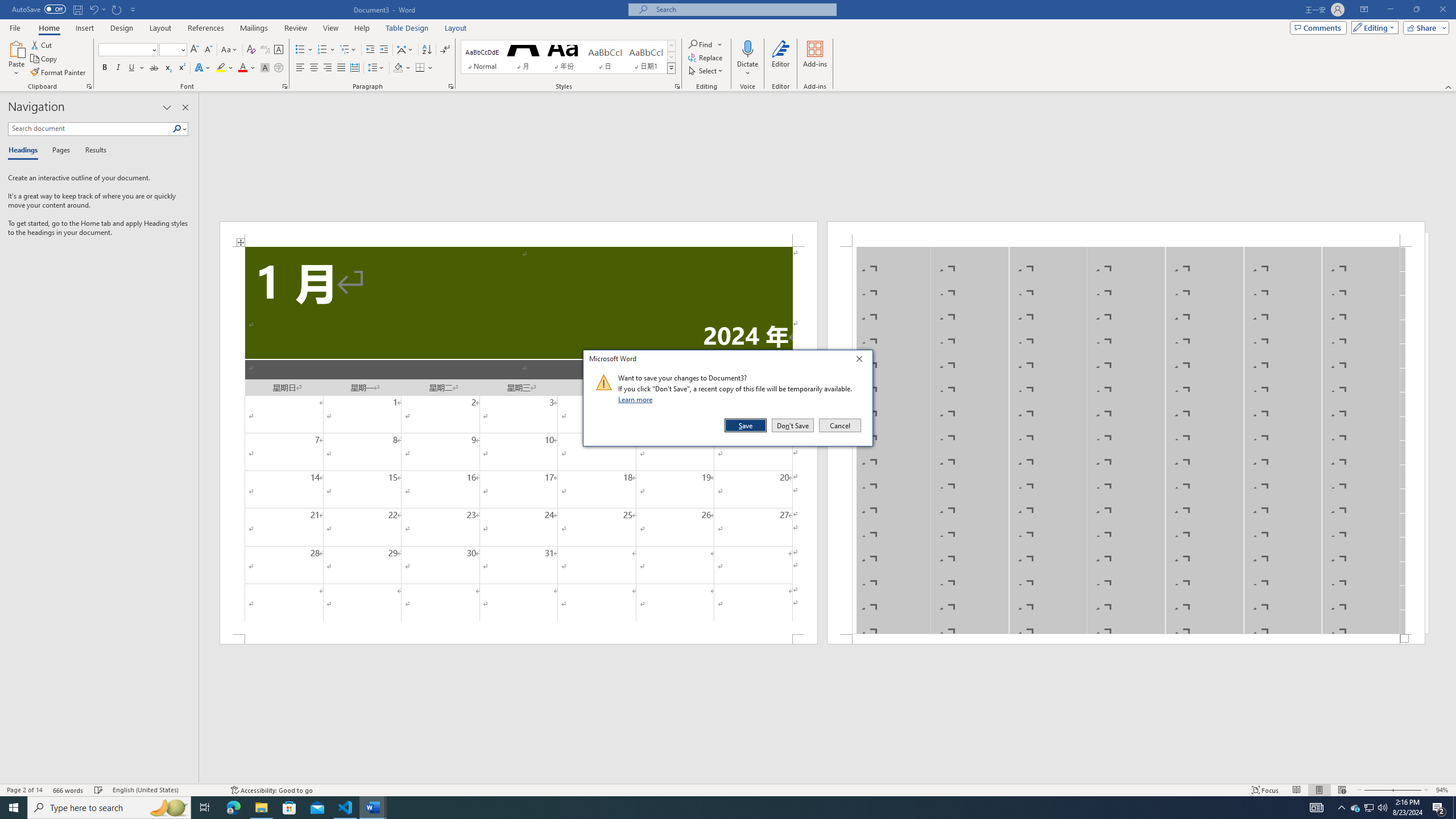 The width and height of the screenshot is (1456, 819). Describe the element at coordinates (792, 425) in the screenshot. I see `'Don'` at that location.